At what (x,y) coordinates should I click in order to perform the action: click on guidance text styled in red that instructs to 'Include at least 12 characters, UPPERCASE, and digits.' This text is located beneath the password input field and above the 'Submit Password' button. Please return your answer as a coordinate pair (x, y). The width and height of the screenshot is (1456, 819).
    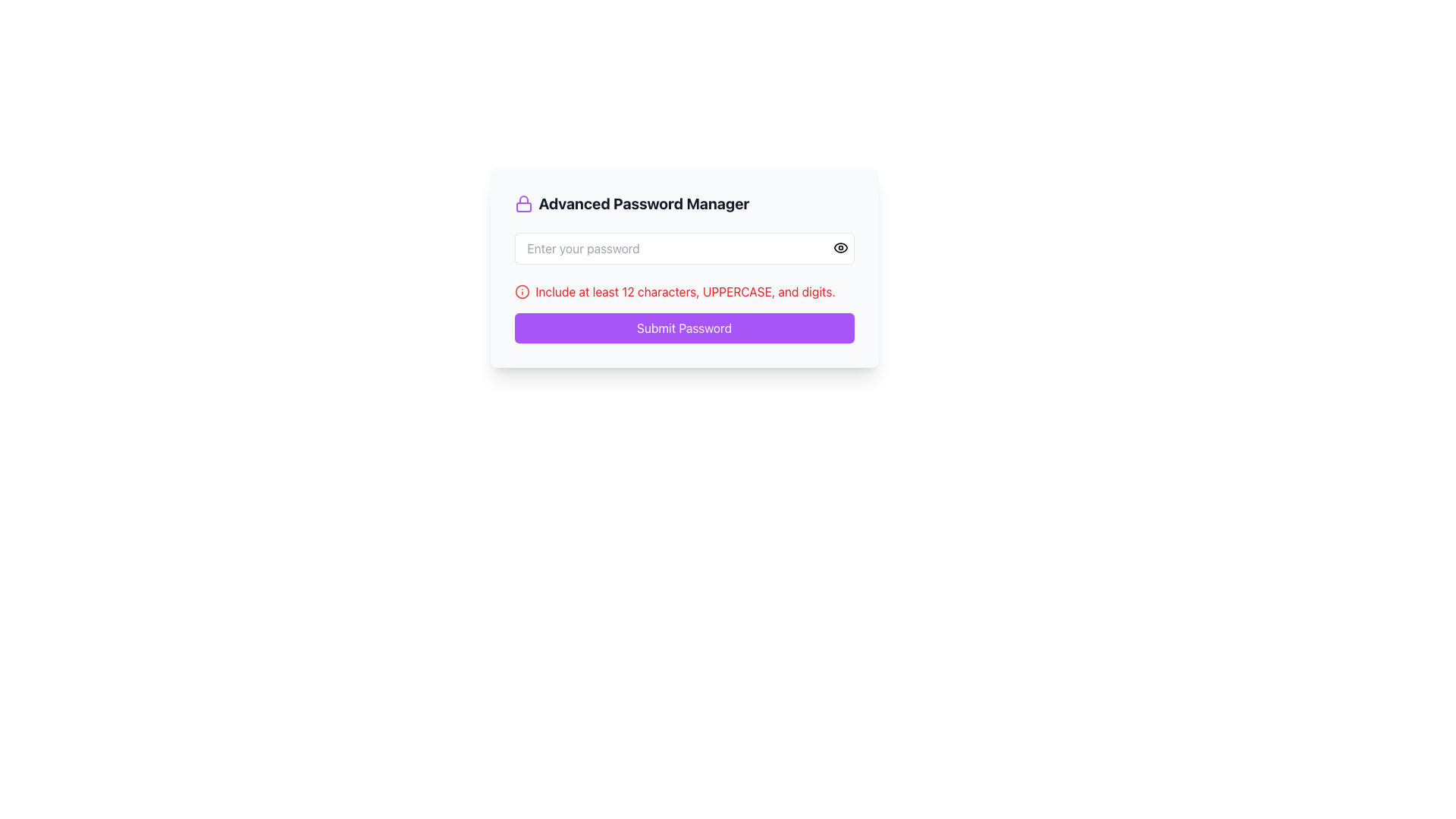
    Looking at the image, I should click on (685, 292).